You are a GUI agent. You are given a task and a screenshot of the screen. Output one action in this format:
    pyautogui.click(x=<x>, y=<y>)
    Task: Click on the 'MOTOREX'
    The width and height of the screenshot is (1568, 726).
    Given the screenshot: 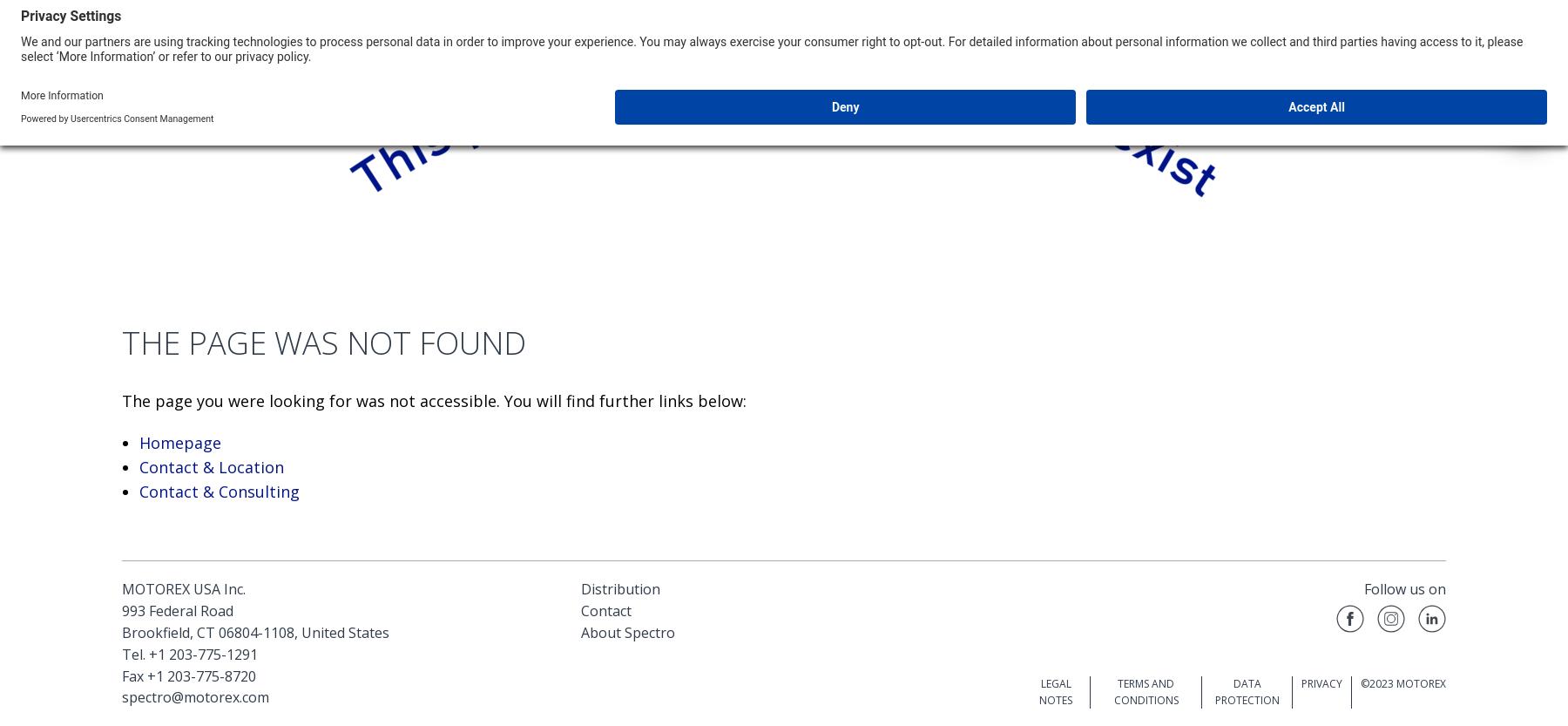 What is the action you would take?
    pyautogui.click(x=1420, y=682)
    